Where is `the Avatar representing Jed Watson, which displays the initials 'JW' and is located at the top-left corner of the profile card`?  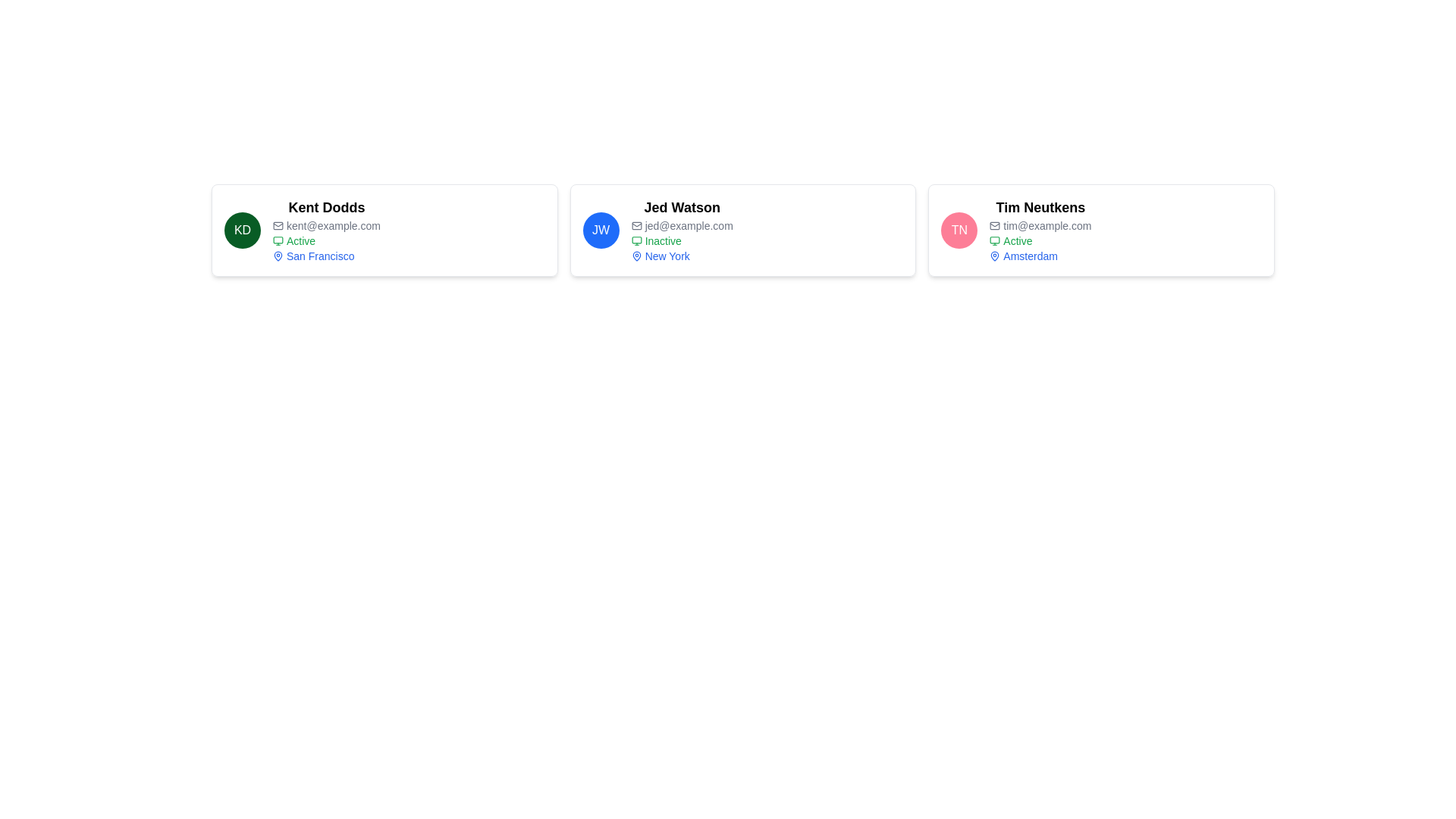
the Avatar representing Jed Watson, which displays the initials 'JW' and is located at the top-left corner of the profile card is located at coordinates (600, 231).